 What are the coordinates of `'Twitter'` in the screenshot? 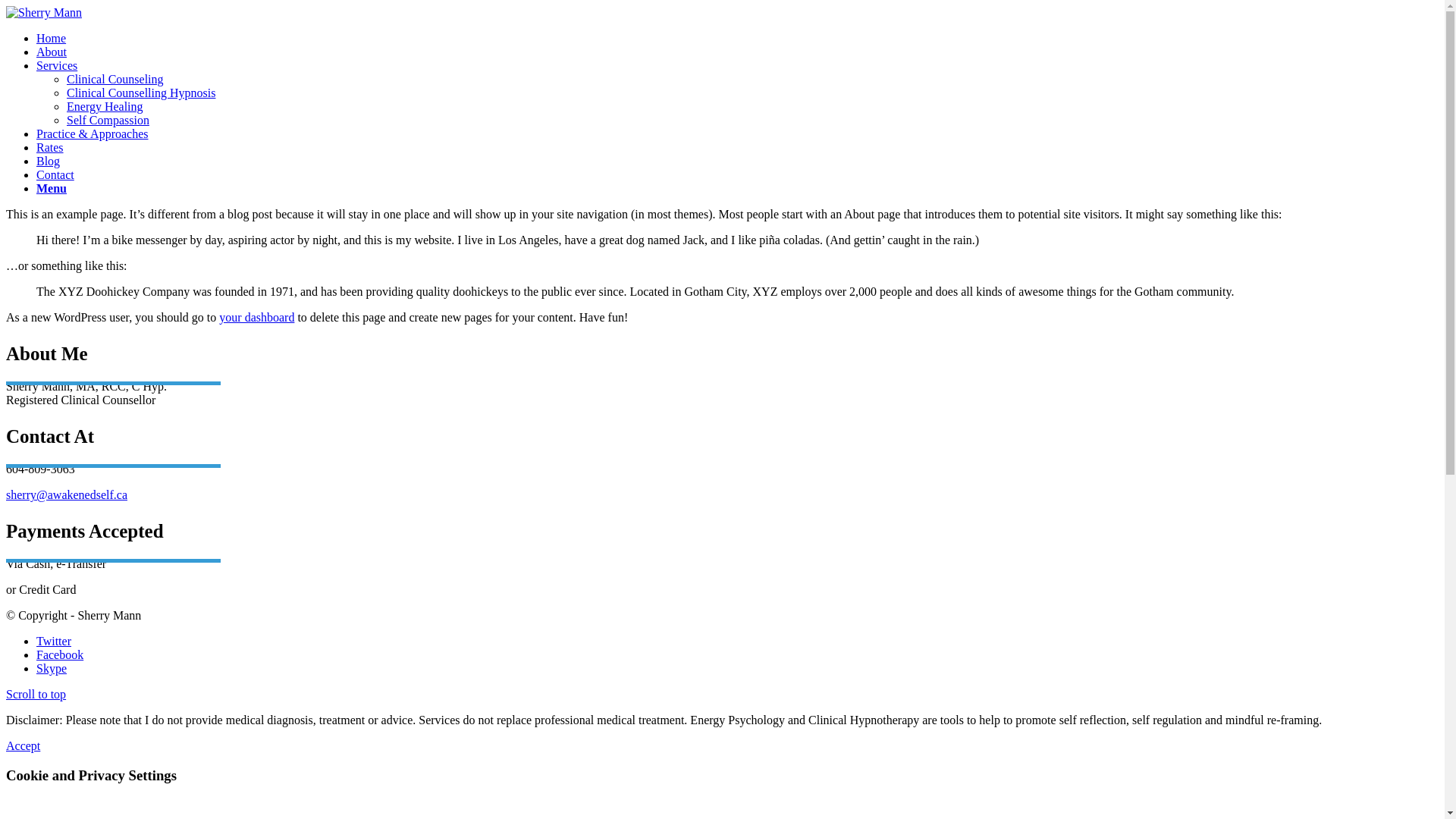 It's located at (54, 641).